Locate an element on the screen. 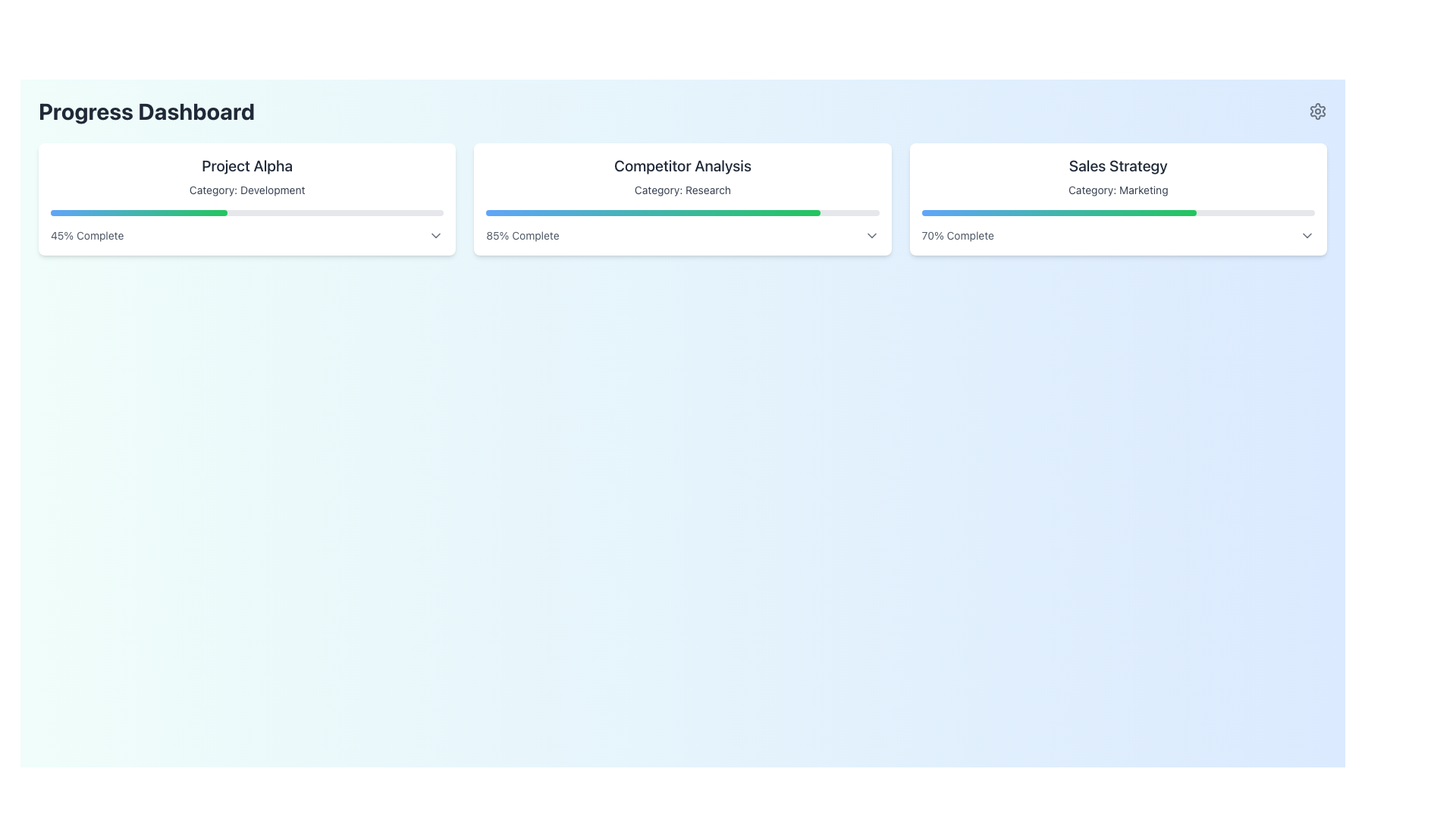 Image resolution: width=1456 pixels, height=819 pixels. the main title text label located at the top of the central card, which identifies the specific content or section is located at coordinates (682, 166).